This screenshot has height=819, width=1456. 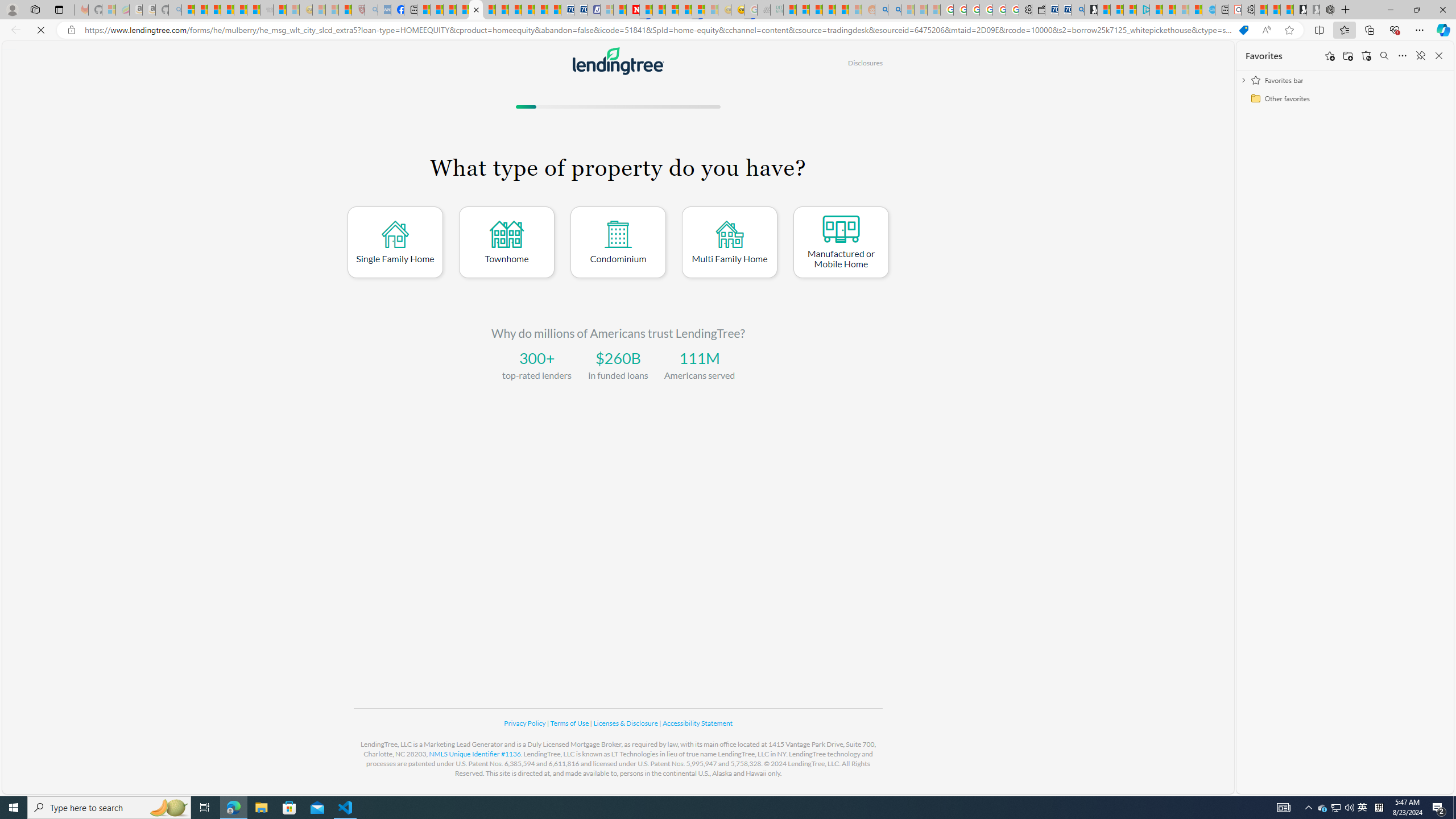 What do you see at coordinates (371, 9) in the screenshot?
I see `'list of asthma inhalers uk - Search - Sleeping'` at bounding box center [371, 9].